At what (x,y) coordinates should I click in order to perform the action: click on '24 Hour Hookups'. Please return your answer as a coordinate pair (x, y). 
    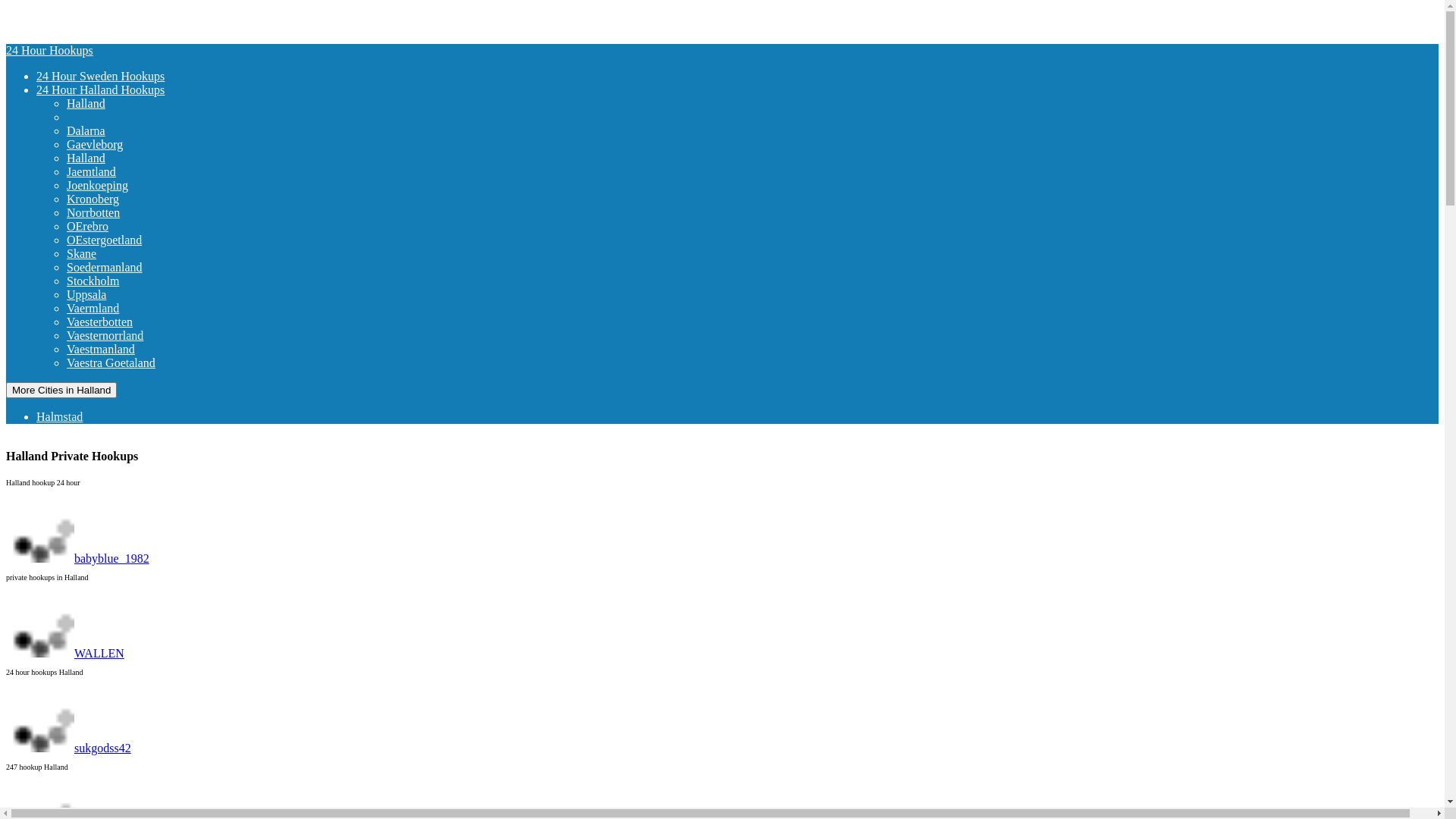
    Looking at the image, I should click on (49, 49).